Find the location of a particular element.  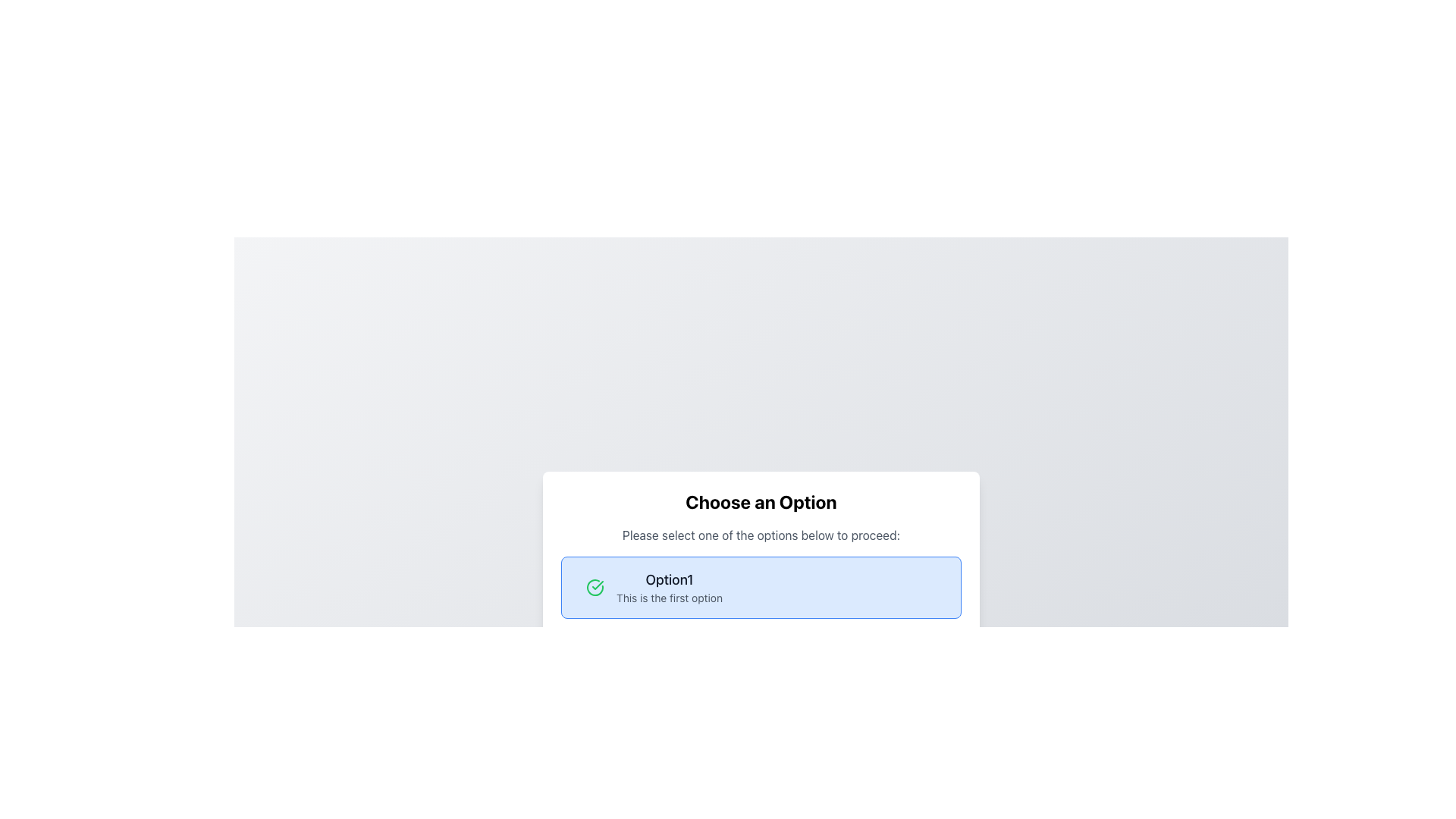

the primary label text for 'Option1' which is located at the center of the highlighted selection option is located at coordinates (669, 579).